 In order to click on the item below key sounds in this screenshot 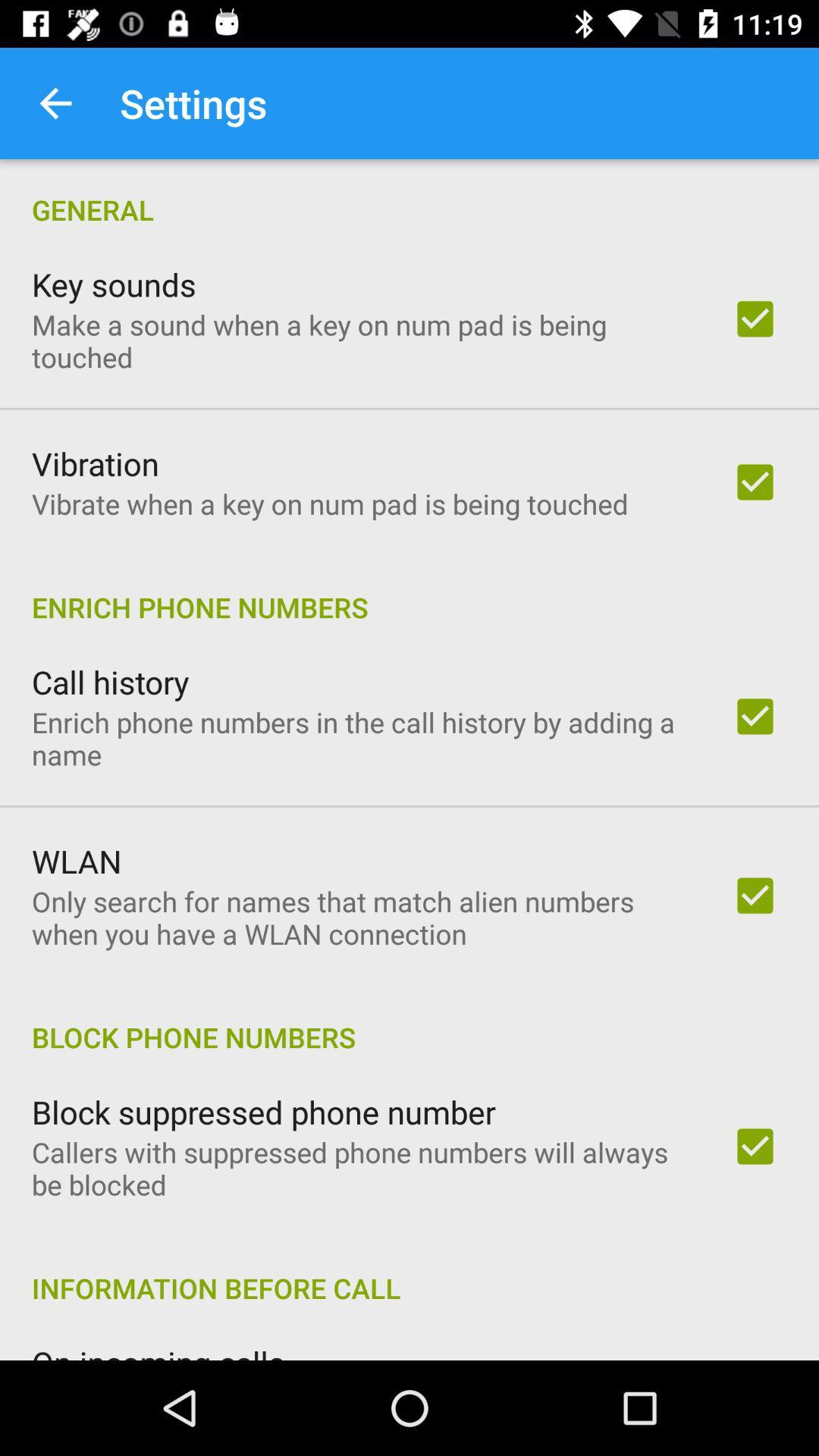, I will do `click(362, 340)`.